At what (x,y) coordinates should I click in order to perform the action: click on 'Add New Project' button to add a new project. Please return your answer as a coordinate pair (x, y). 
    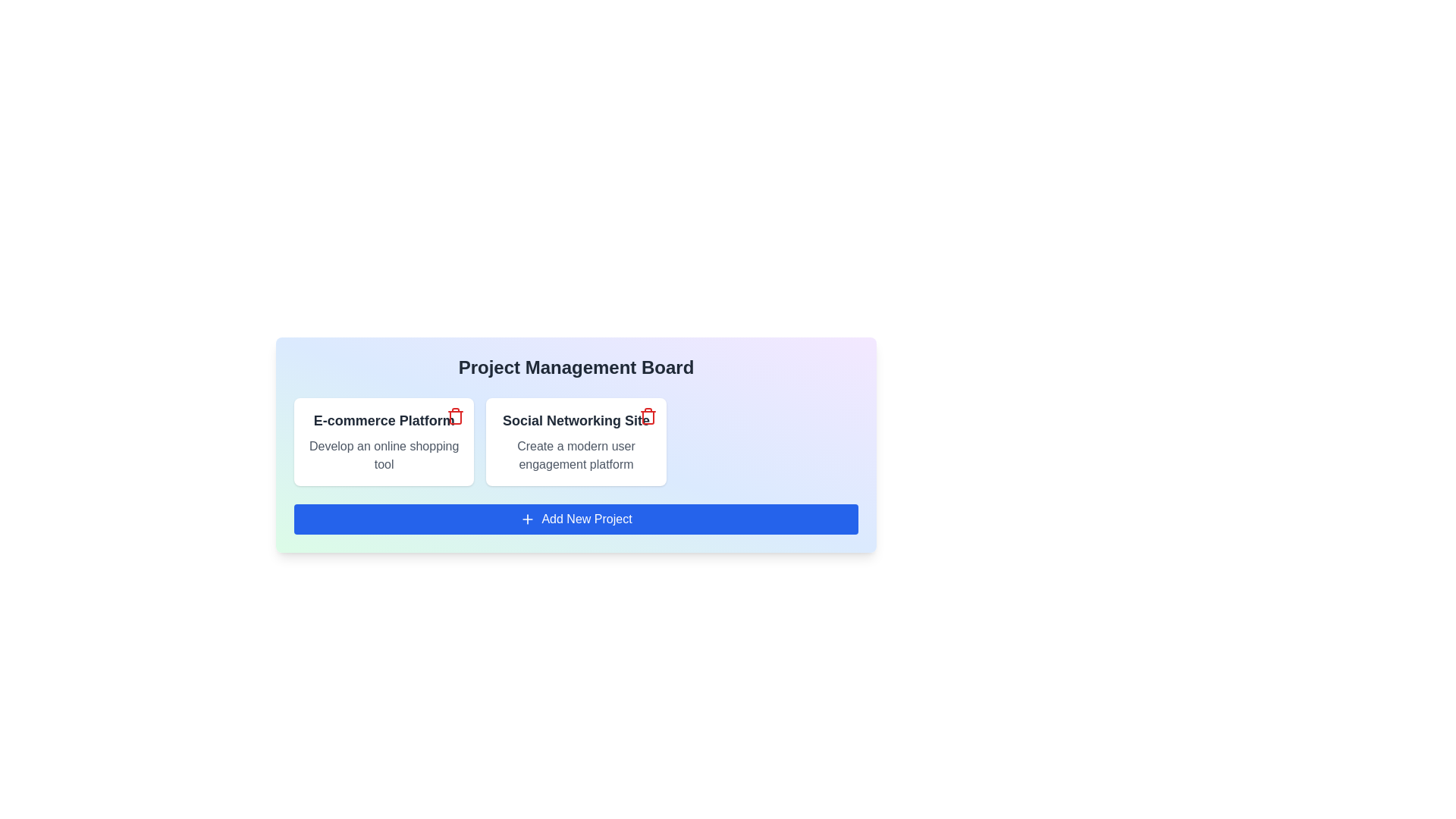
    Looking at the image, I should click on (575, 519).